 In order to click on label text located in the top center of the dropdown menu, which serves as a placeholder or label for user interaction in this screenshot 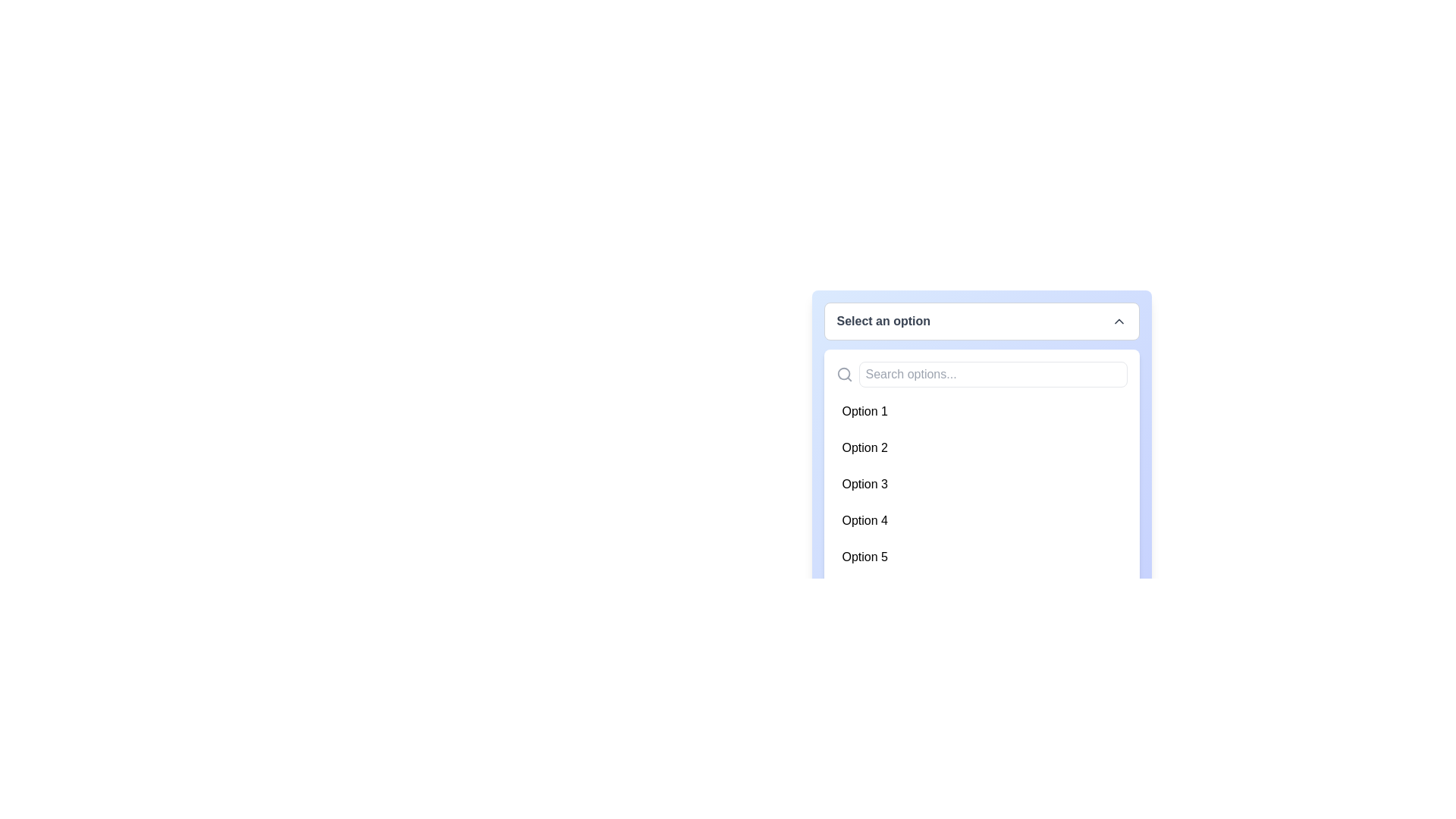, I will do `click(883, 321)`.